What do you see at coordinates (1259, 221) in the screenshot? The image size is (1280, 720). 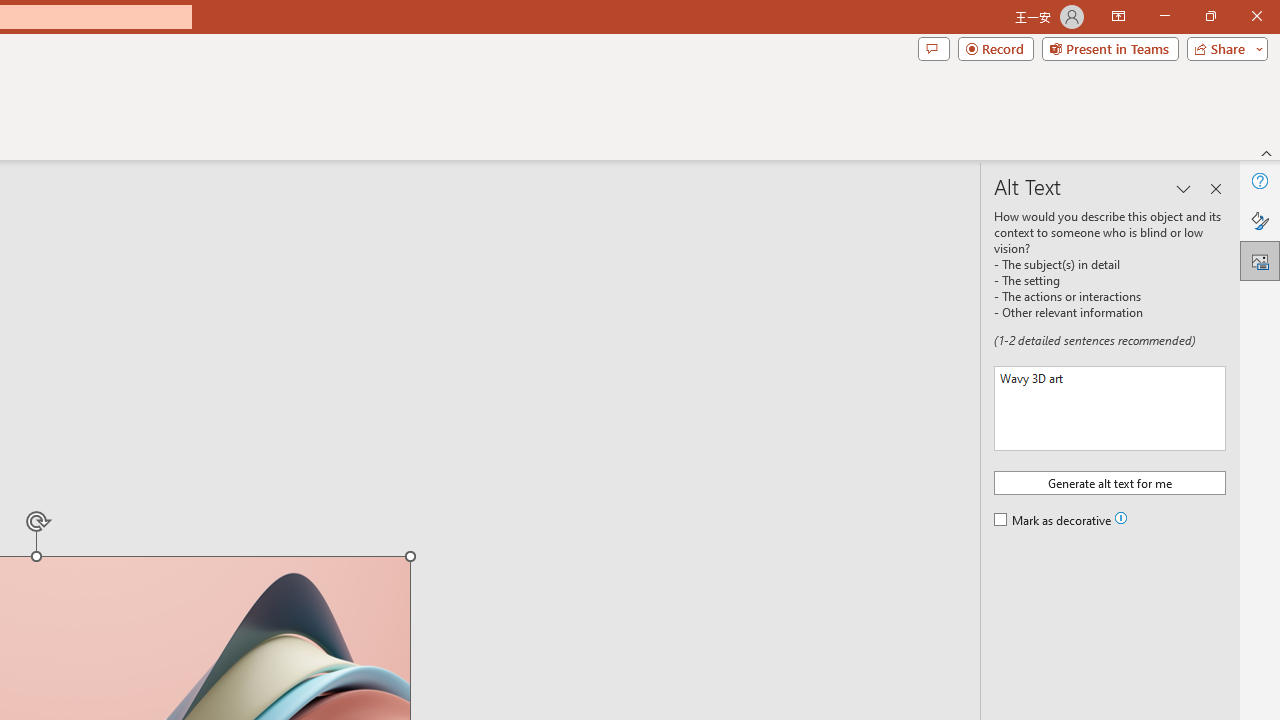 I see `'Format Picture'` at bounding box center [1259, 221].